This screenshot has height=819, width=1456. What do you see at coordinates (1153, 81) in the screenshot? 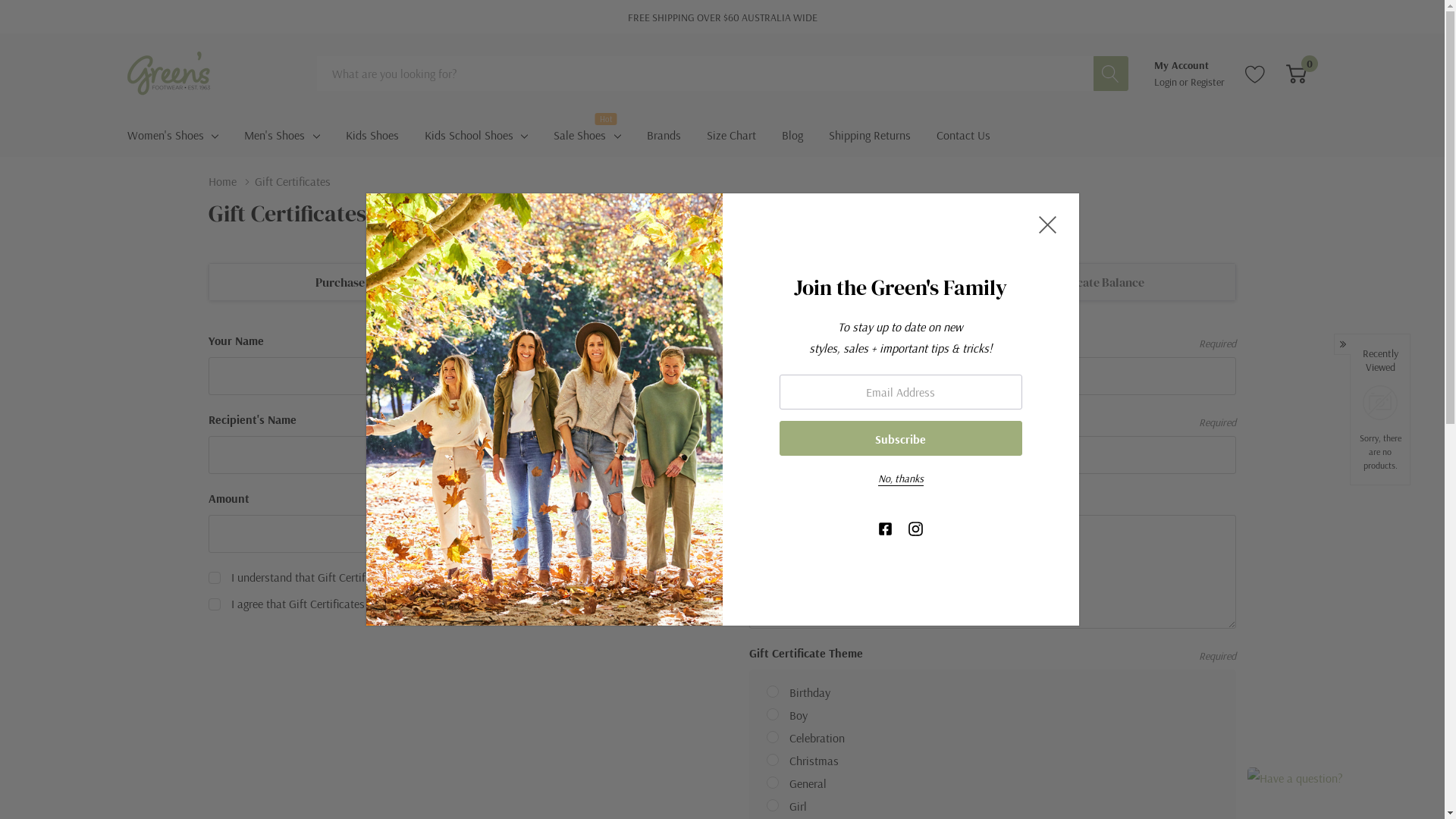
I see `'Login'` at bounding box center [1153, 81].